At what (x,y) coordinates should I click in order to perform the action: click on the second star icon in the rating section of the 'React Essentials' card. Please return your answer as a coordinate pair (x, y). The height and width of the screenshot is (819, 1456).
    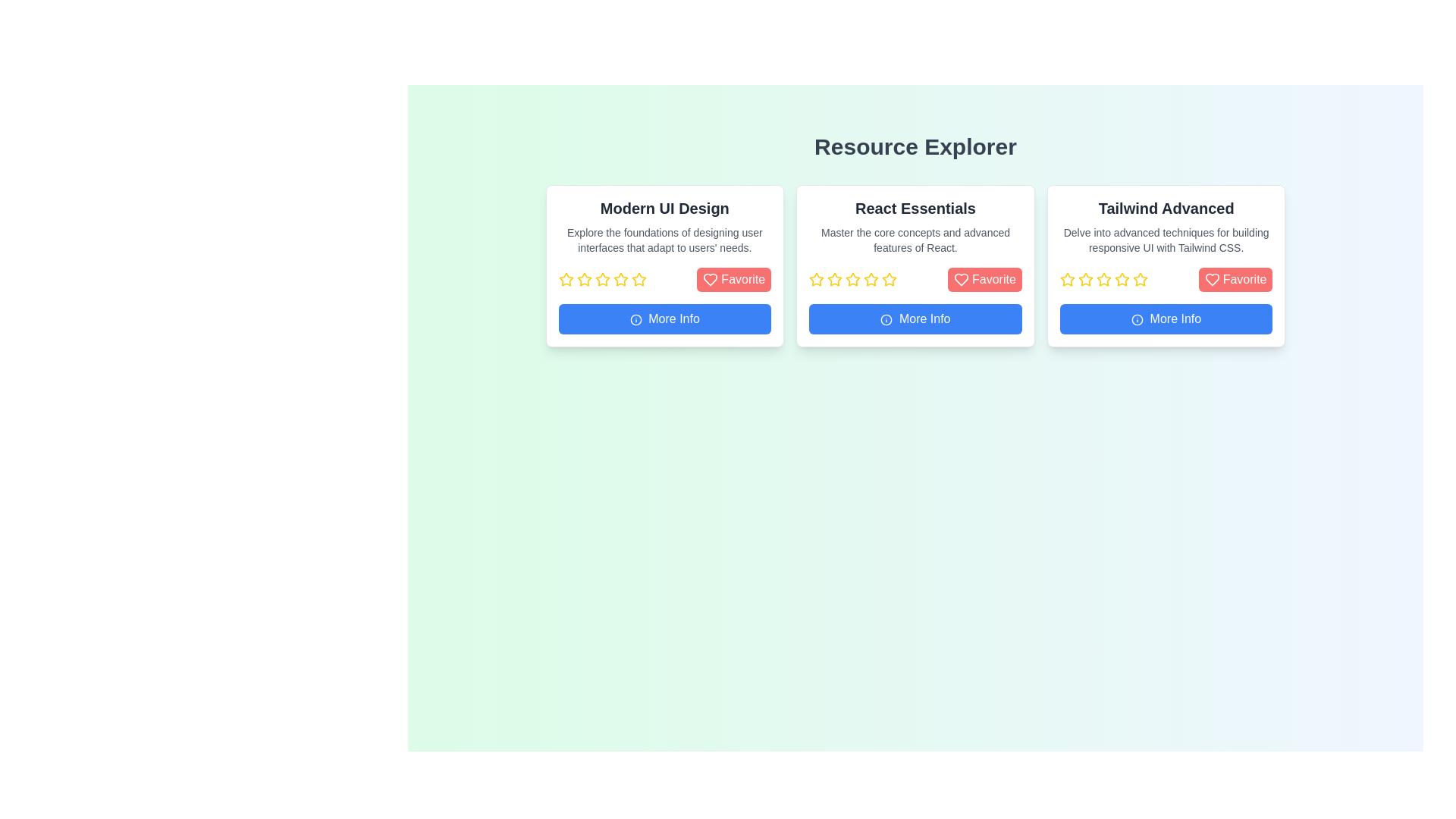
    Looking at the image, I should click on (816, 279).